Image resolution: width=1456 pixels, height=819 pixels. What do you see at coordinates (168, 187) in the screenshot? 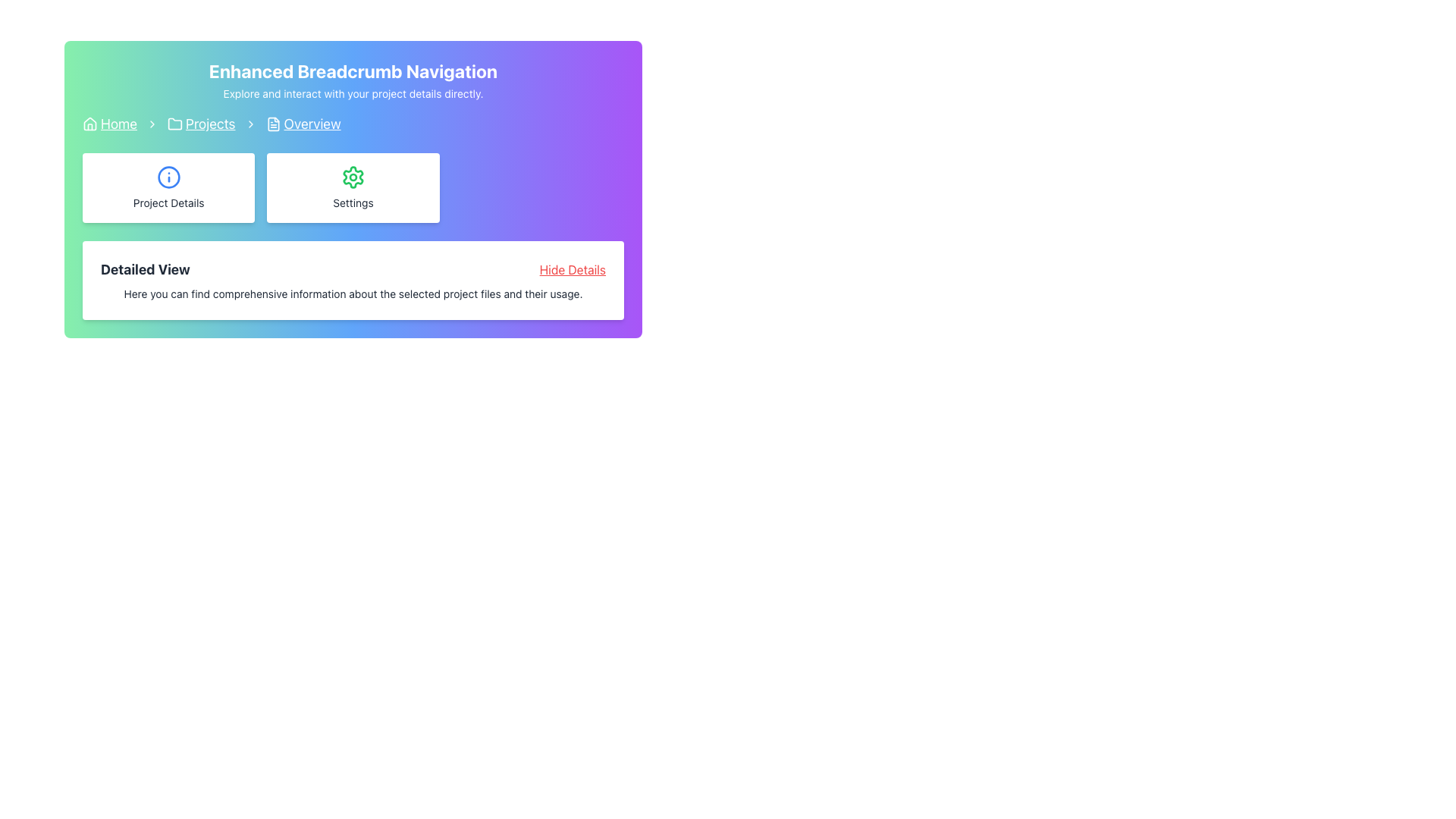
I see `the 'Project Details' card-like component with an info-icon styled in blue, which is part of a three-column grid layout` at bounding box center [168, 187].